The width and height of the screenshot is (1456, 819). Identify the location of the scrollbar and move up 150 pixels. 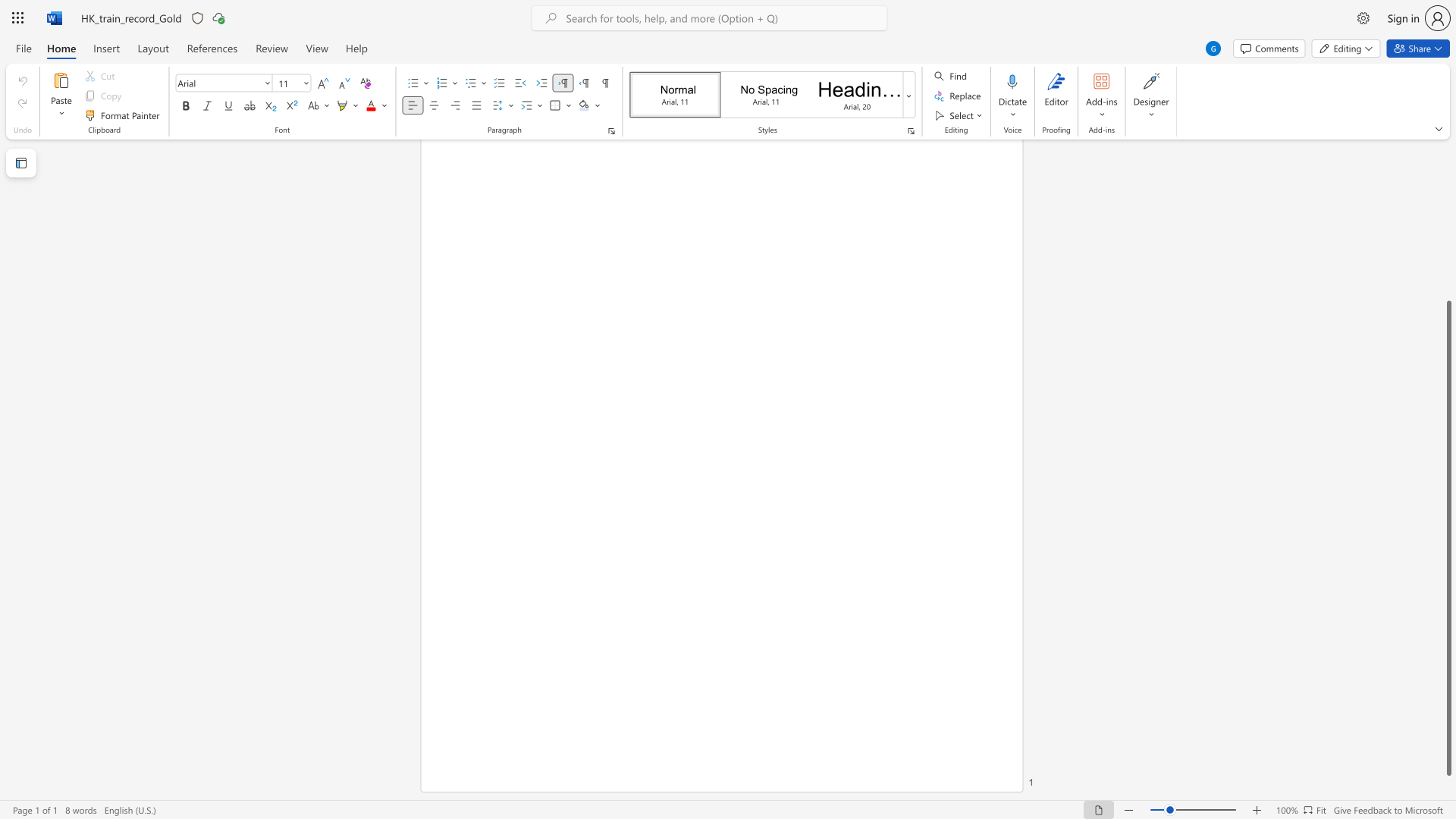
(1448, 537).